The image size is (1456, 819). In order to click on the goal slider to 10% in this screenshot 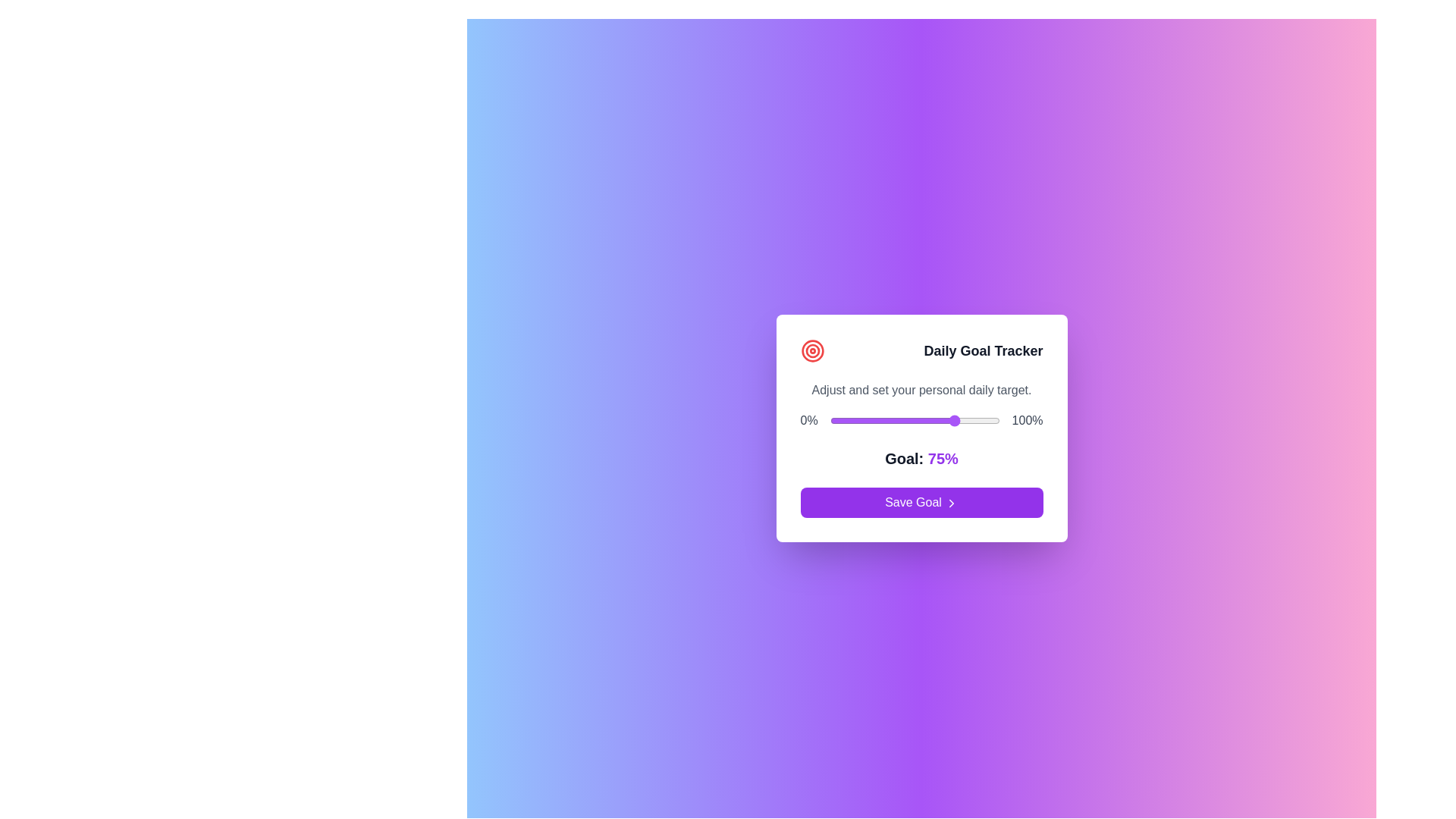, I will do `click(846, 421)`.